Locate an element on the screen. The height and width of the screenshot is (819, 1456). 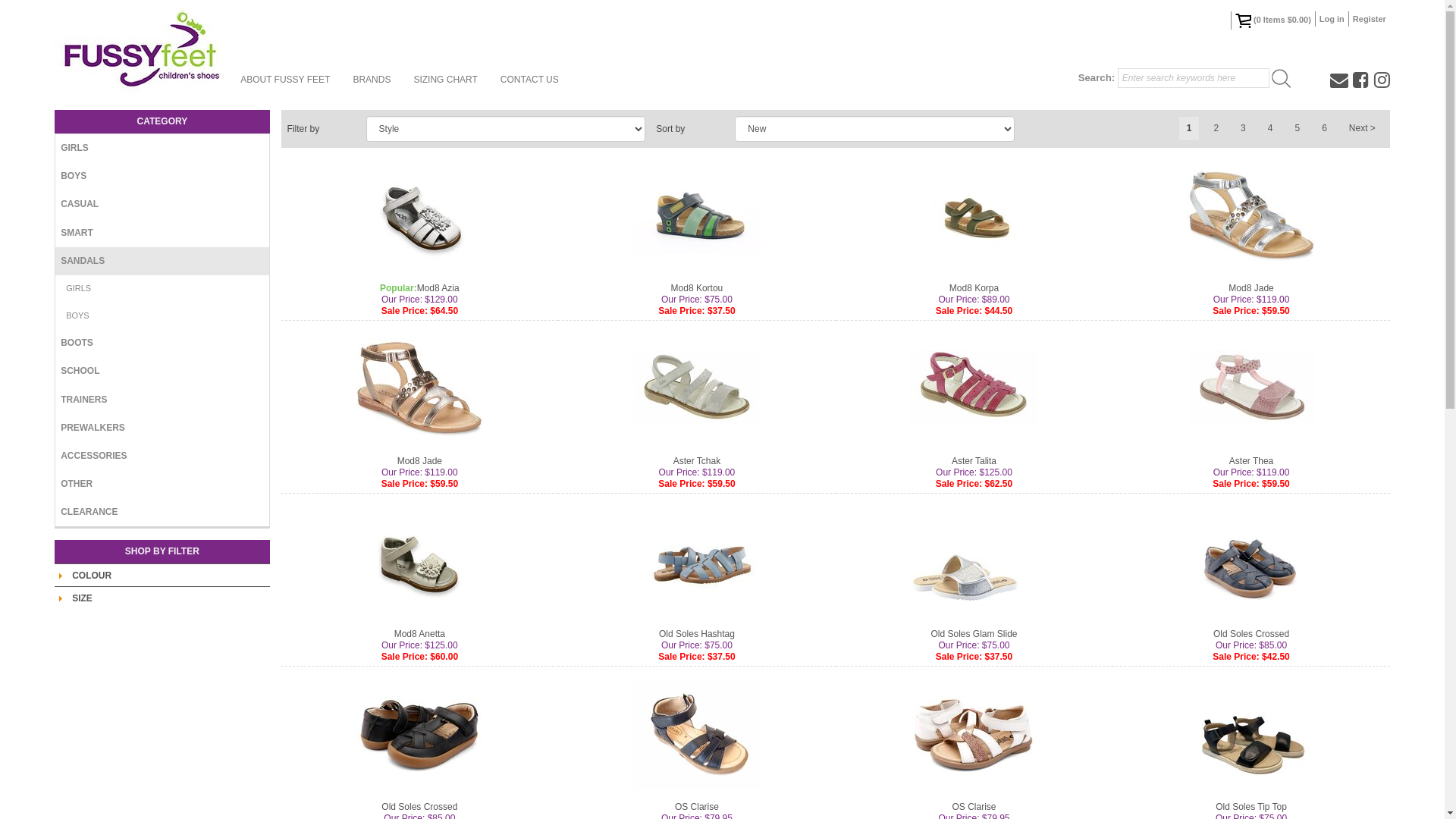
'Register' is located at coordinates (1349, 18).